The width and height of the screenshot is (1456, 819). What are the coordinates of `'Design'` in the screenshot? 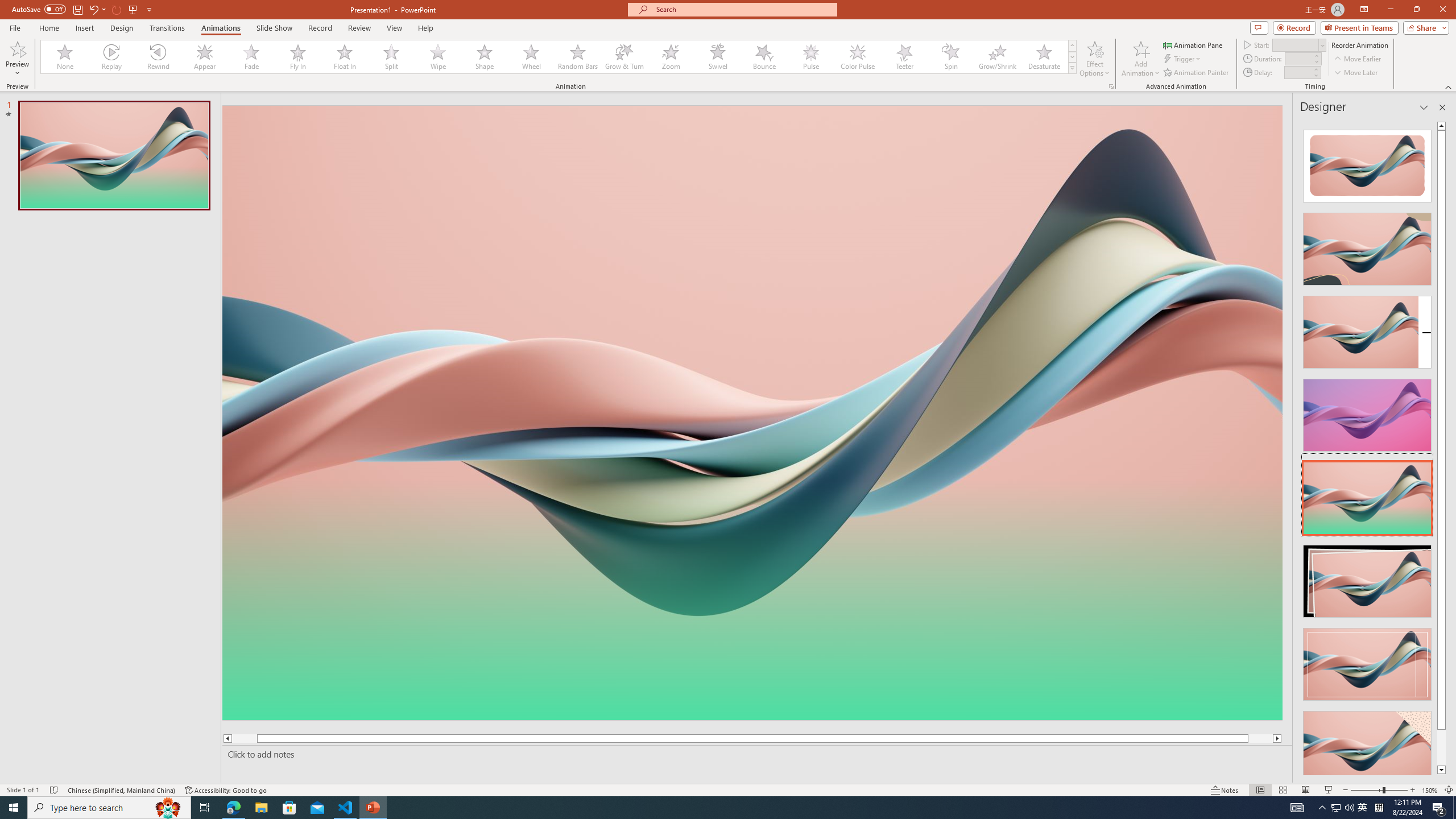 It's located at (122, 28).